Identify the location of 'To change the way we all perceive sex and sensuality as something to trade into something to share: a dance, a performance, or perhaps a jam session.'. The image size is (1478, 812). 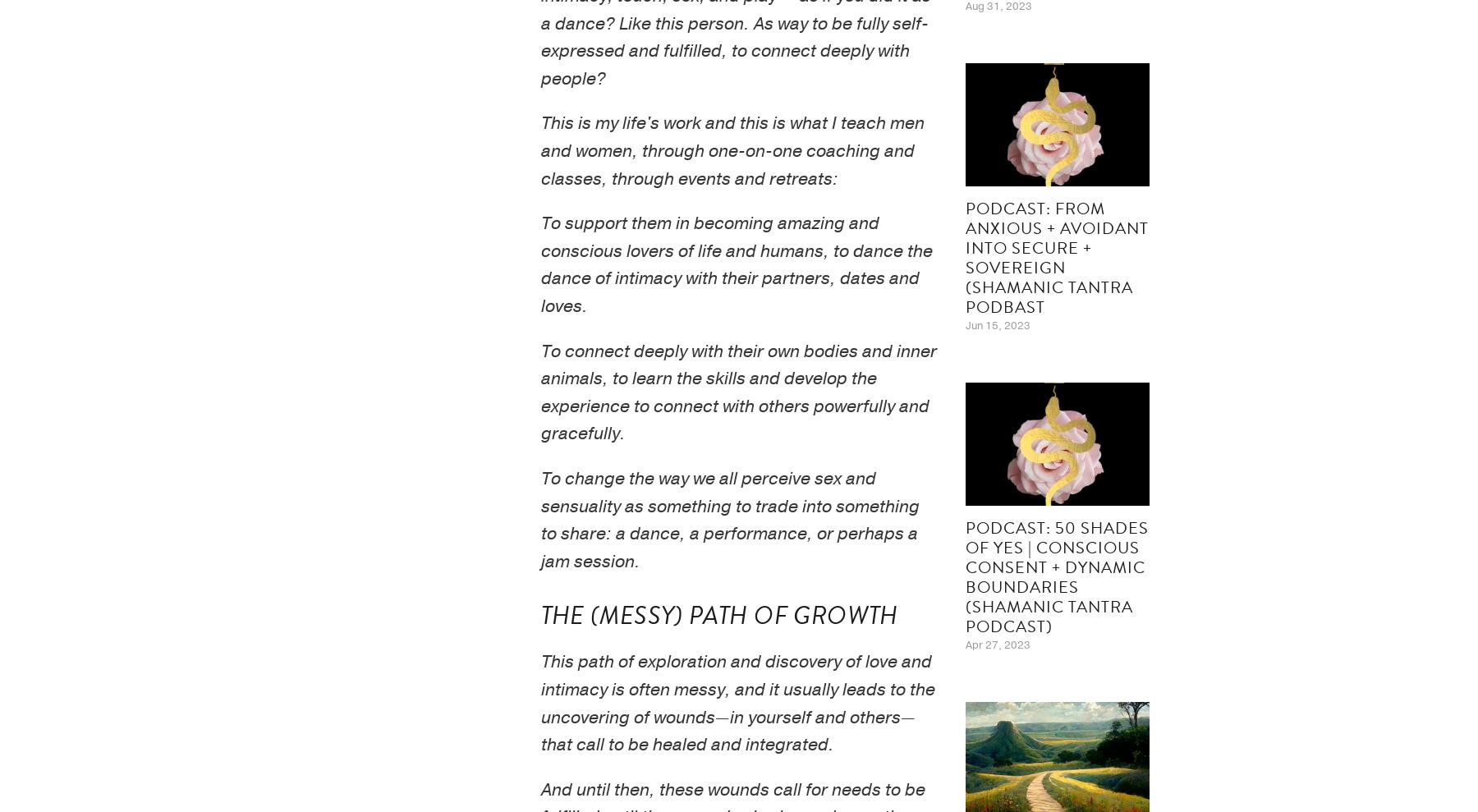
(732, 519).